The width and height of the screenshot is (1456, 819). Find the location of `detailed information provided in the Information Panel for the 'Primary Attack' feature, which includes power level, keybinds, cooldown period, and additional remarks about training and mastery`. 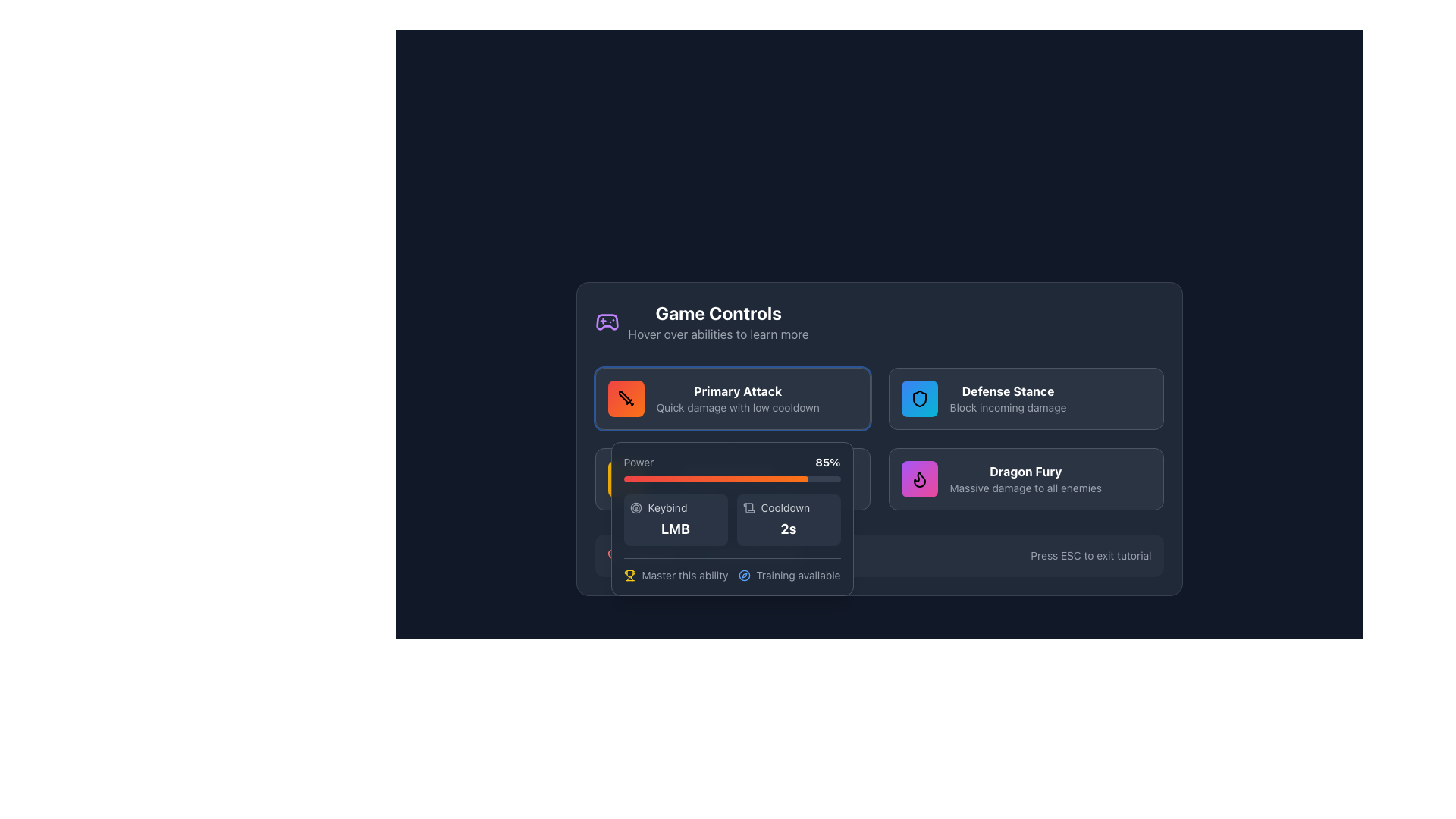

detailed information provided in the Information Panel for the 'Primary Attack' feature, which includes power level, keybinds, cooldown period, and additional remarks about training and mastery is located at coordinates (732, 517).